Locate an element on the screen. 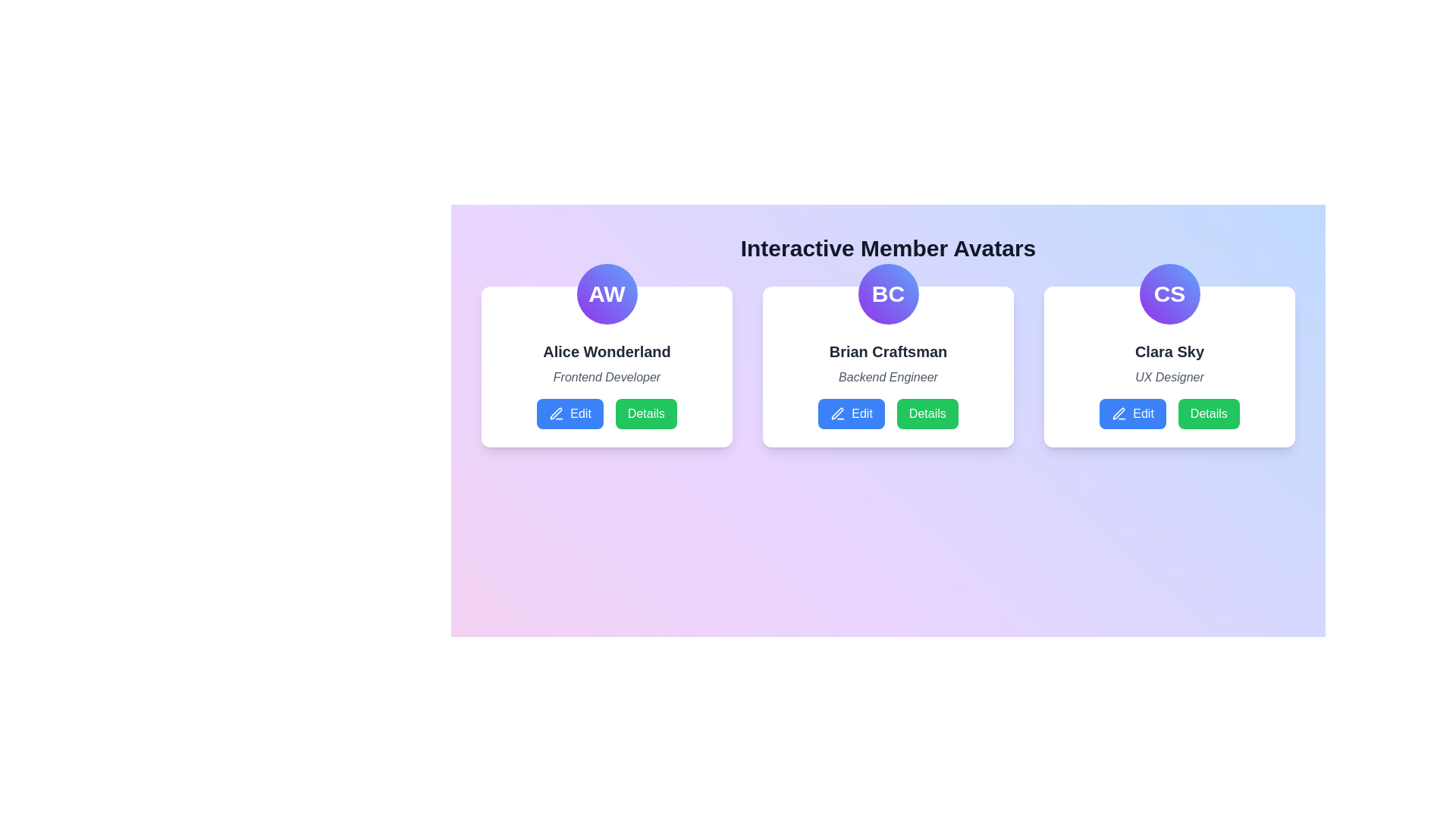 This screenshot has height=819, width=1456. the circular Avatar Badge representing the 'Clara Sky' profile, located at the top center of the rightmost card is located at coordinates (1169, 294).